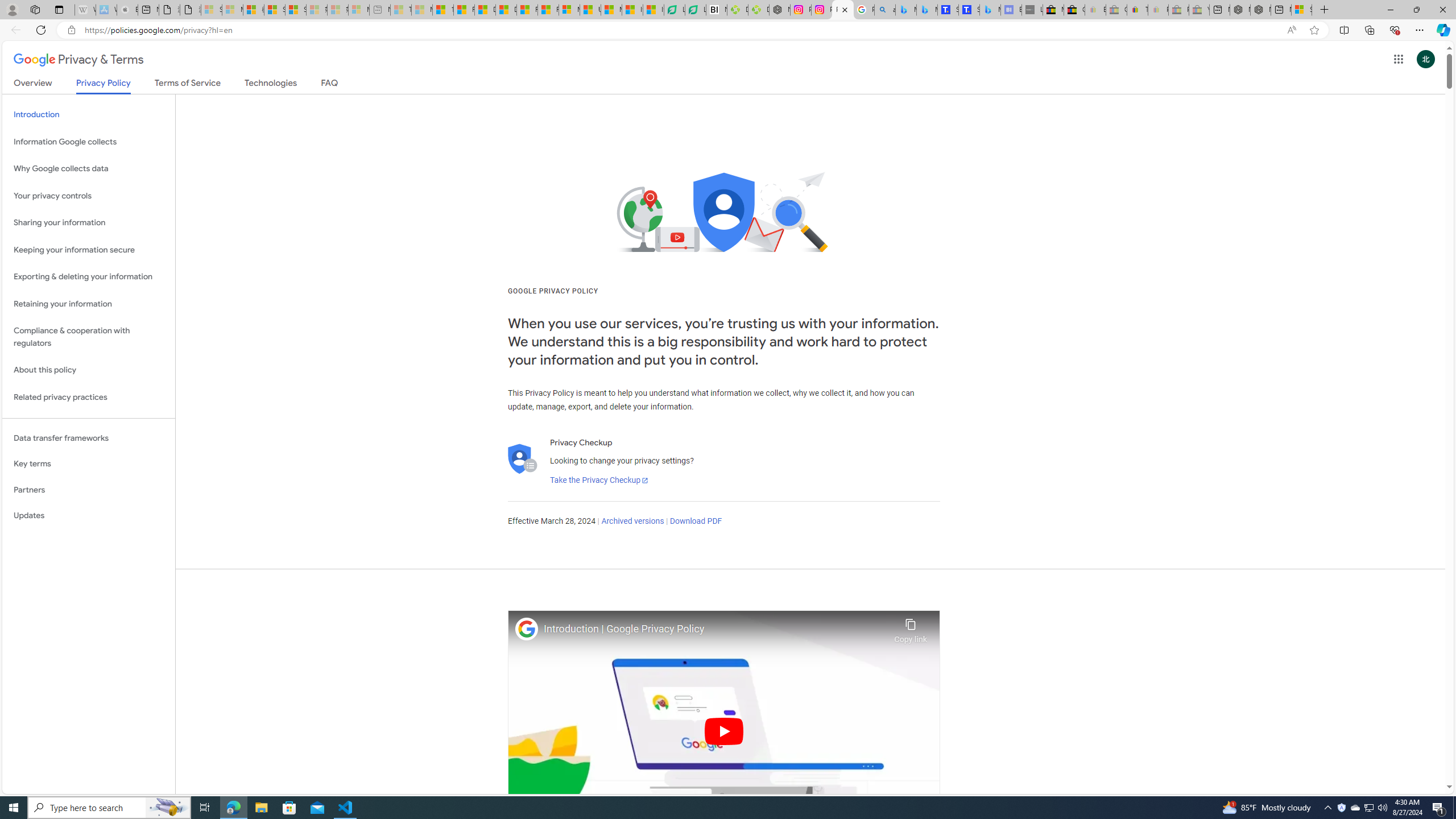  I want to click on 'Data transfer frameworks', so click(88, 437).